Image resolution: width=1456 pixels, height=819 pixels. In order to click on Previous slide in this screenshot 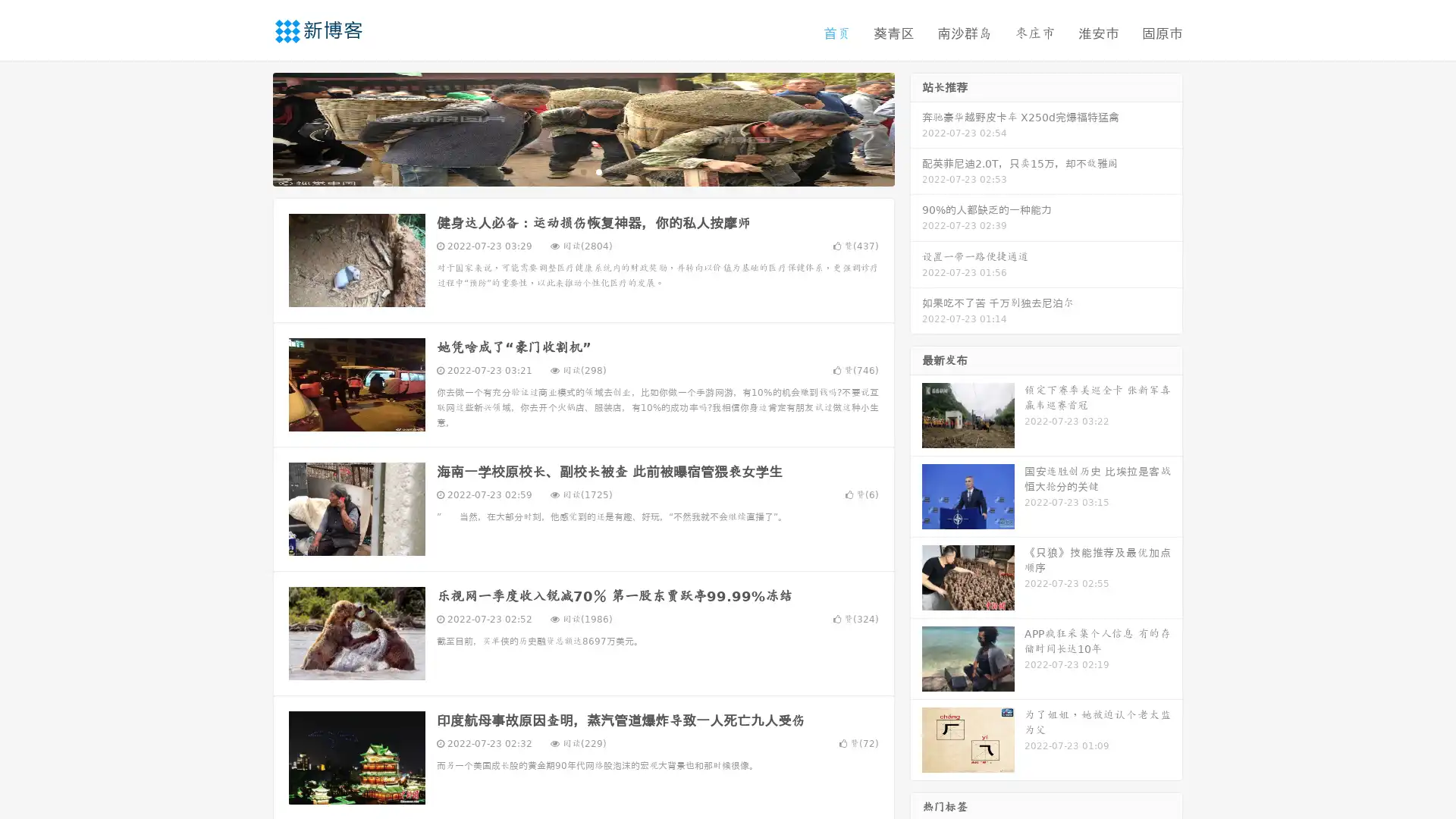, I will do `click(250, 127)`.